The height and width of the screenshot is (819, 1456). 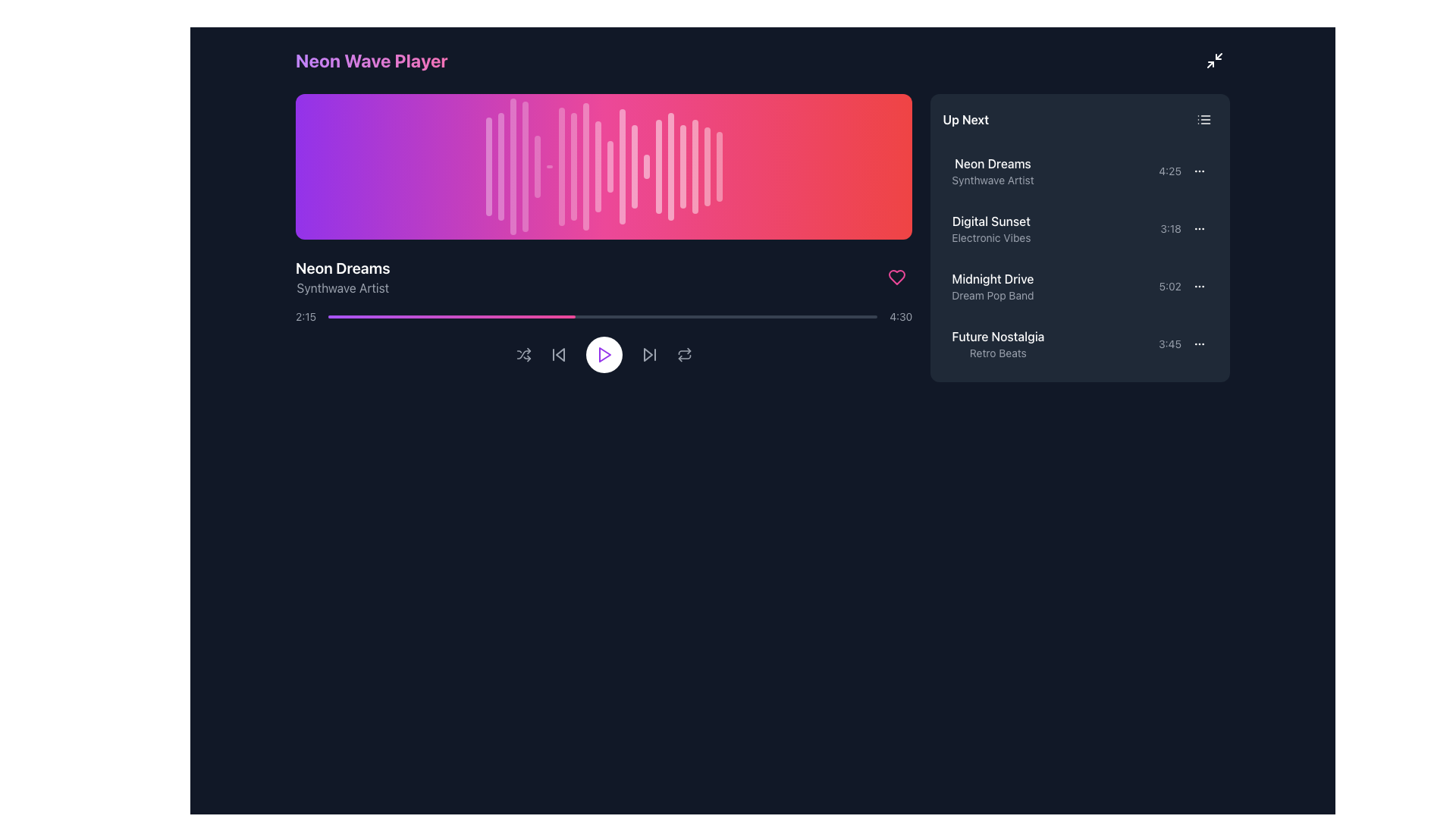 What do you see at coordinates (1198, 287) in the screenshot?
I see `the options menu button for the 'Midnight Drive' track located in the upper-right corner of the 'Up Next' section` at bounding box center [1198, 287].